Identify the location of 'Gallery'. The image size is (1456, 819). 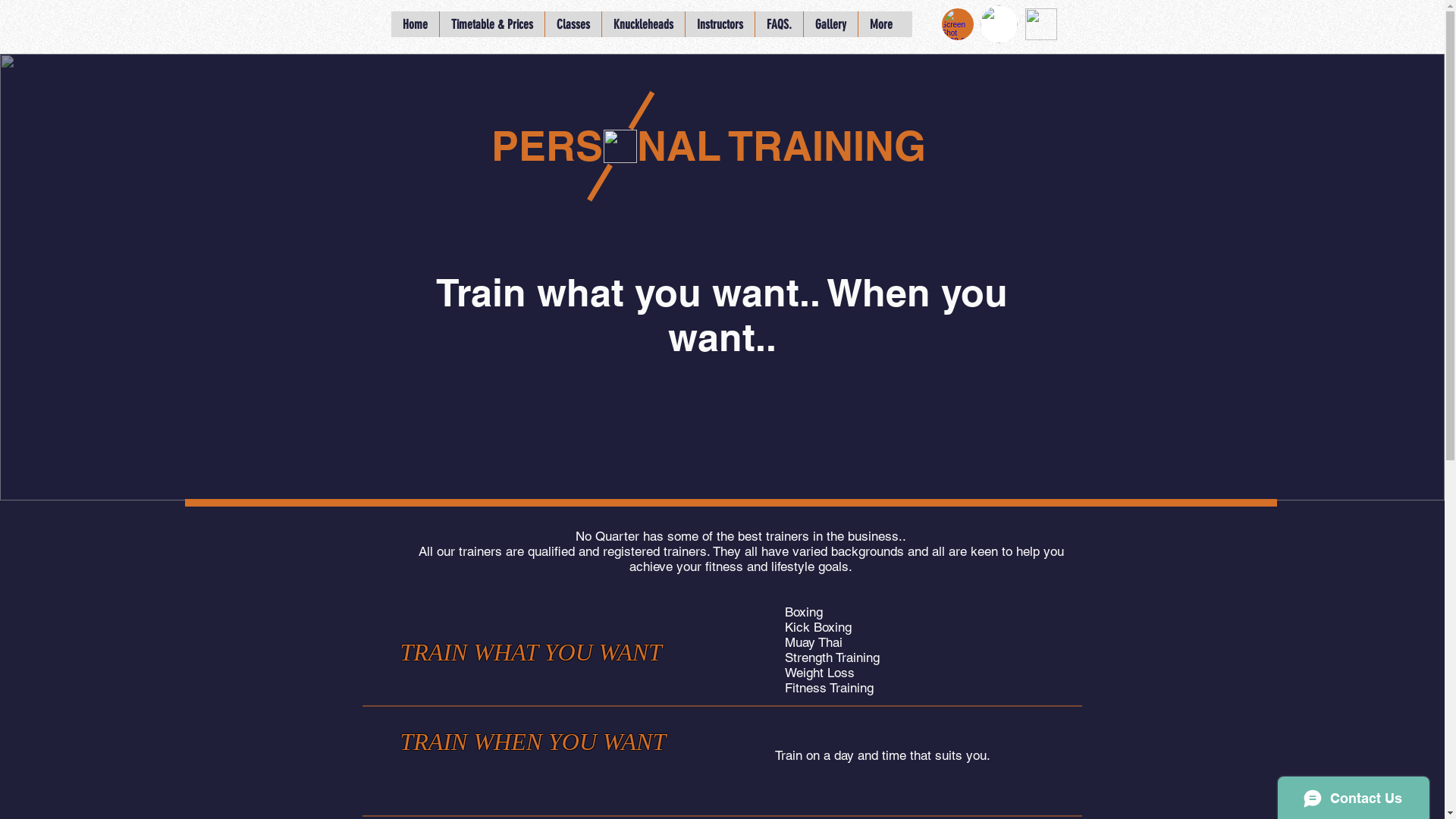
(829, 24).